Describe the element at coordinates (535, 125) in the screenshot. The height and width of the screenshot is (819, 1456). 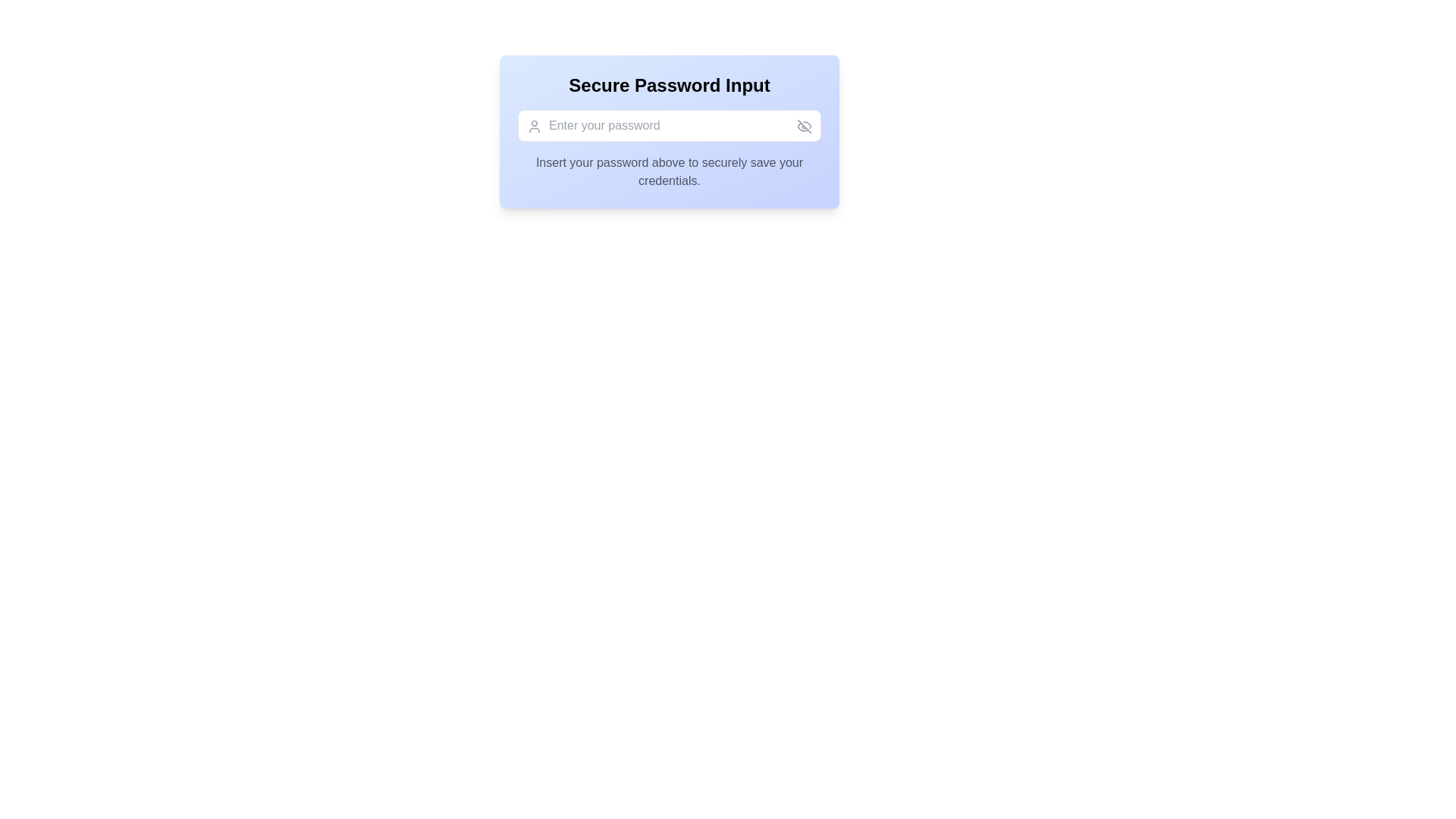
I see `the icon located on the far left within the password input field, which indicates that the field is related to user information` at that location.